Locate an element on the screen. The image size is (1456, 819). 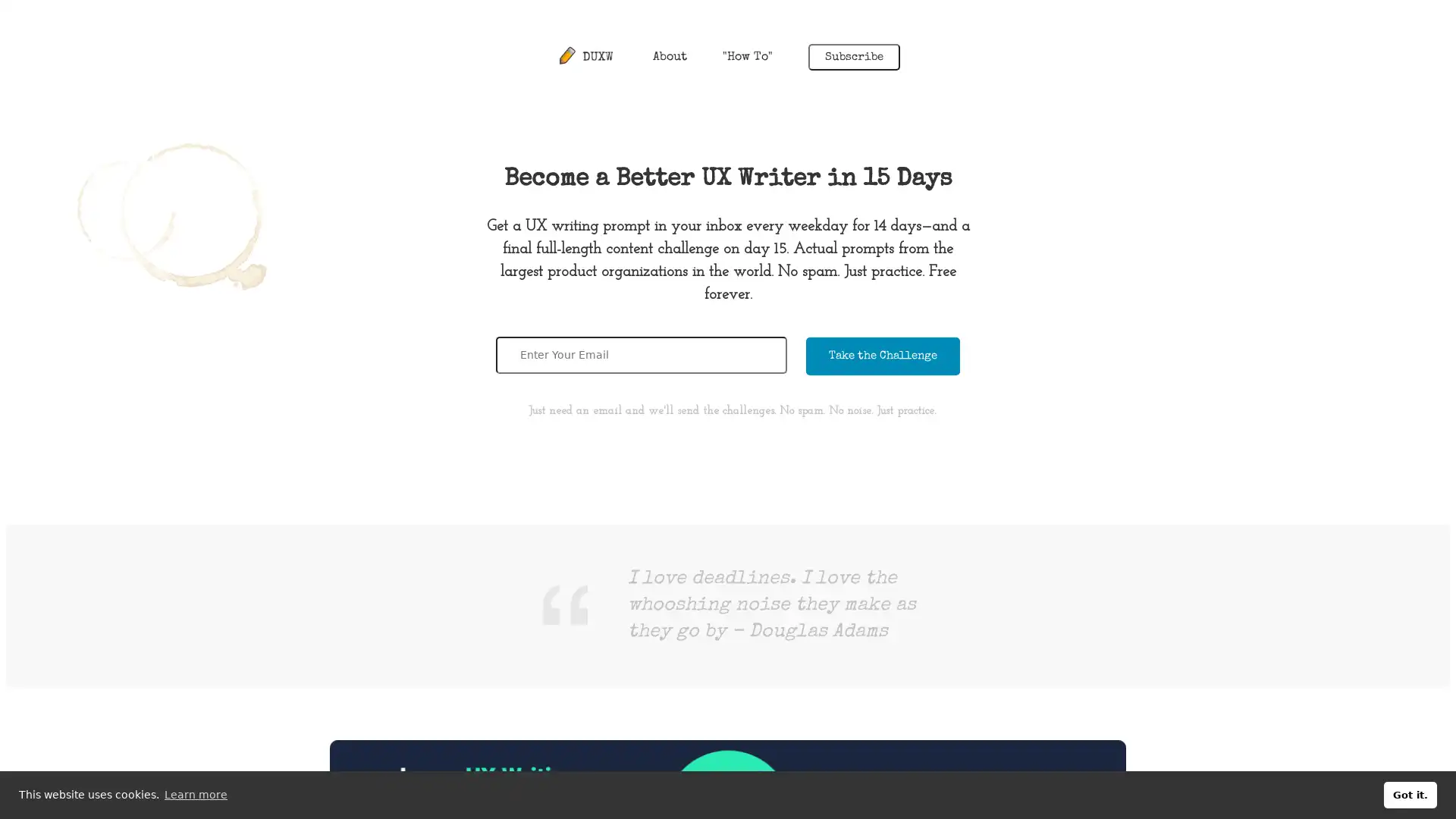
Subscribe is located at coordinates (853, 56).